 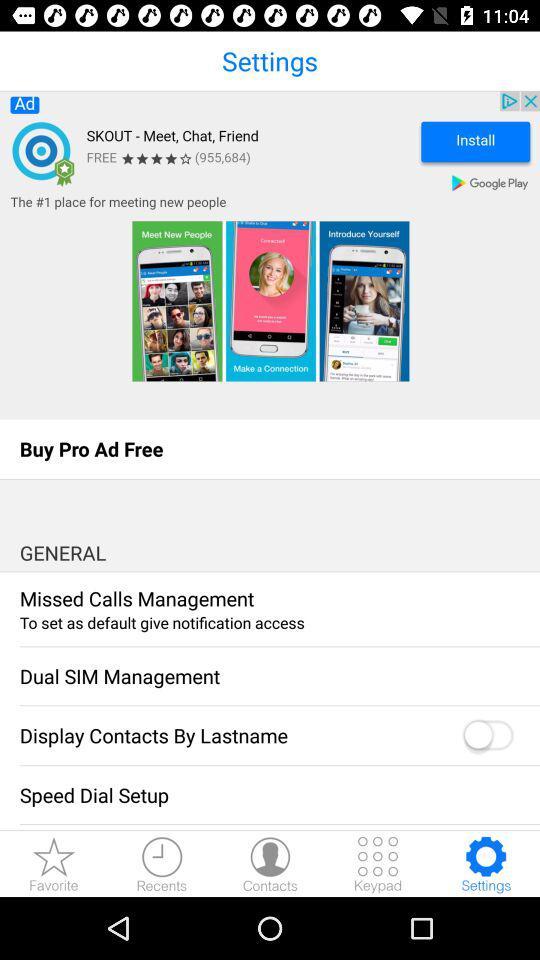 What do you see at coordinates (270, 863) in the screenshot?
I see `open contacts` at bounding box center [270, 863].